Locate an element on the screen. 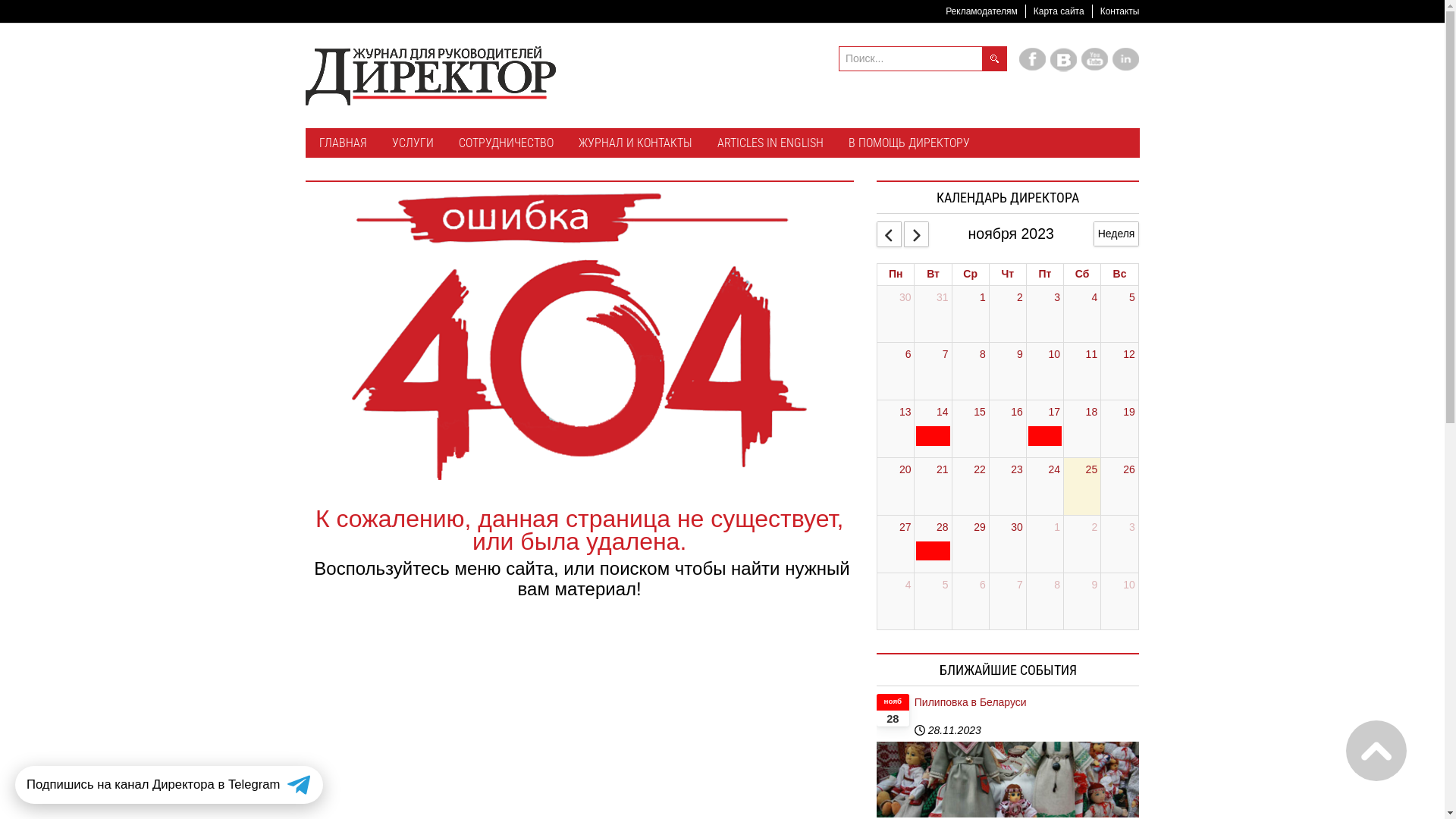  '27' is located at coordinates (905, 526).